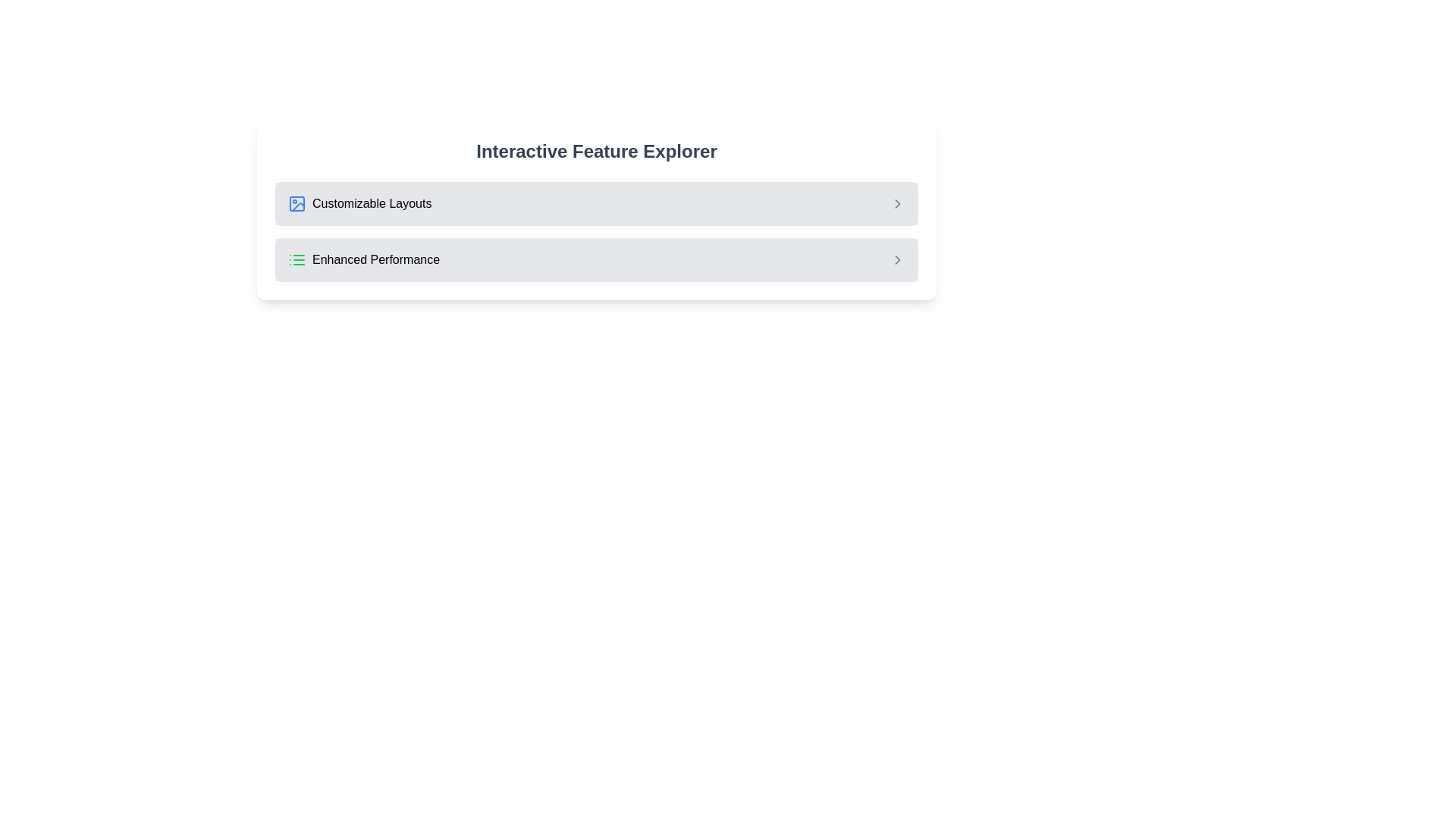  What do you see at coordinates (297, 203) in the screenshot?
I see `the geometric icon with a blue outline located to the left of the text 'Customizable Layouts.'` at bounding box center [297, 203].